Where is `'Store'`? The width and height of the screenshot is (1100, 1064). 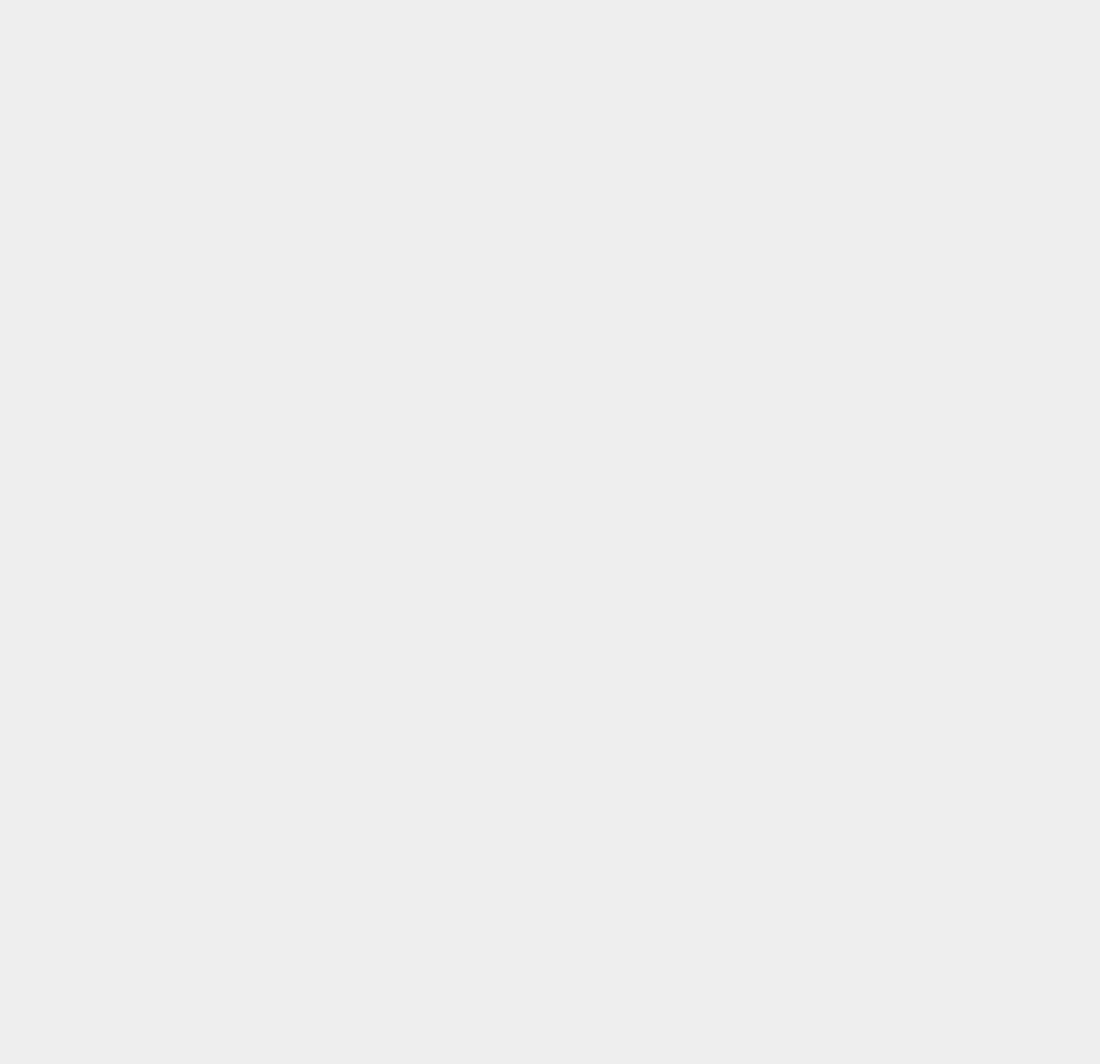
'Store' is located at coordinates (794, 106).